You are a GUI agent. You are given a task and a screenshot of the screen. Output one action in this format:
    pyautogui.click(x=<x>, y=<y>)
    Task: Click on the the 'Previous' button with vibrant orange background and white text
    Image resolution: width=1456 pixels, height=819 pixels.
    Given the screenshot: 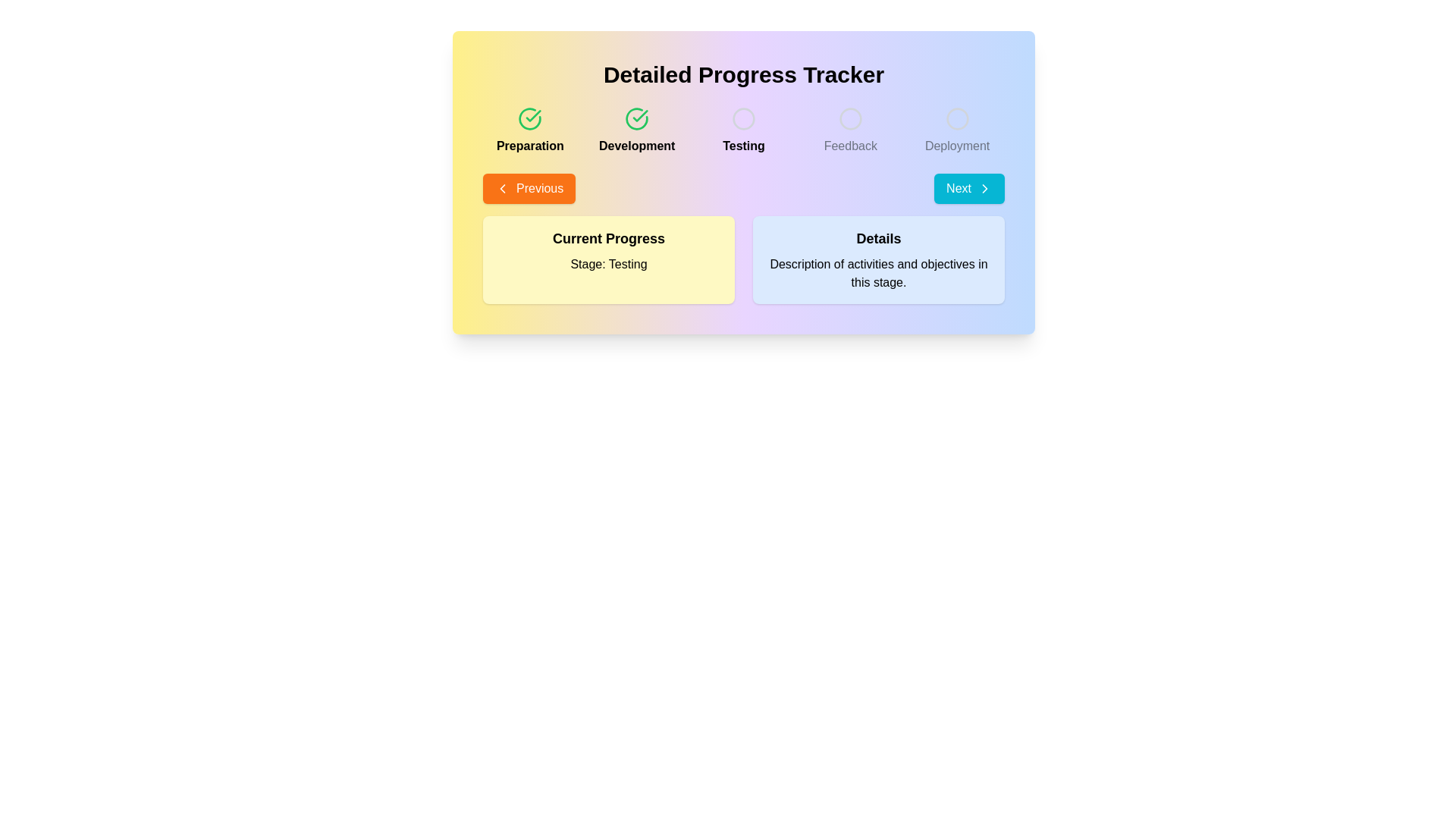 What is the action you would take?
    pyautogui.click(x=529, y=188)
    